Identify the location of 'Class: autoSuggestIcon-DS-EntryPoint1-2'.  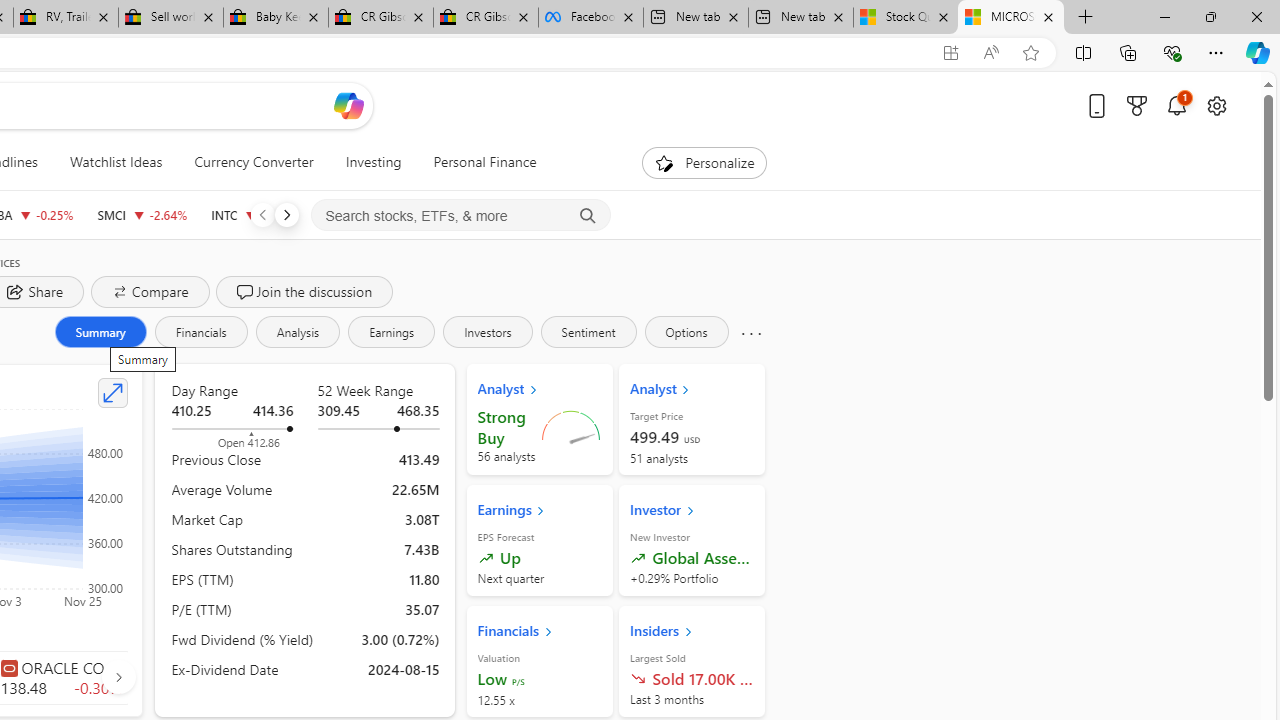
(8, 667).